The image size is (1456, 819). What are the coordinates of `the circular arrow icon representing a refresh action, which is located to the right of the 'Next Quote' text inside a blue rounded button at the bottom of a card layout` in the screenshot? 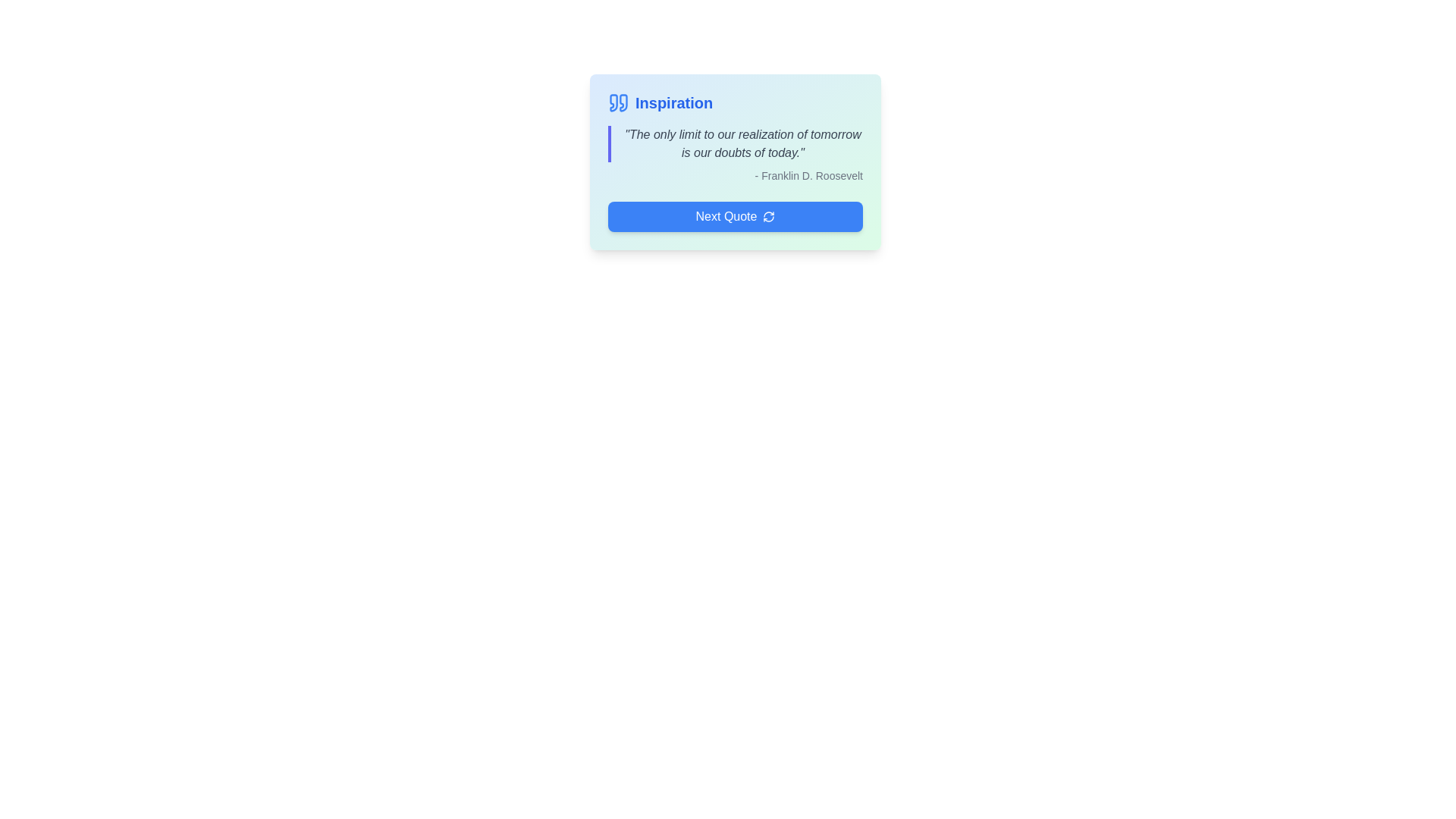 It's located at (769, 216).